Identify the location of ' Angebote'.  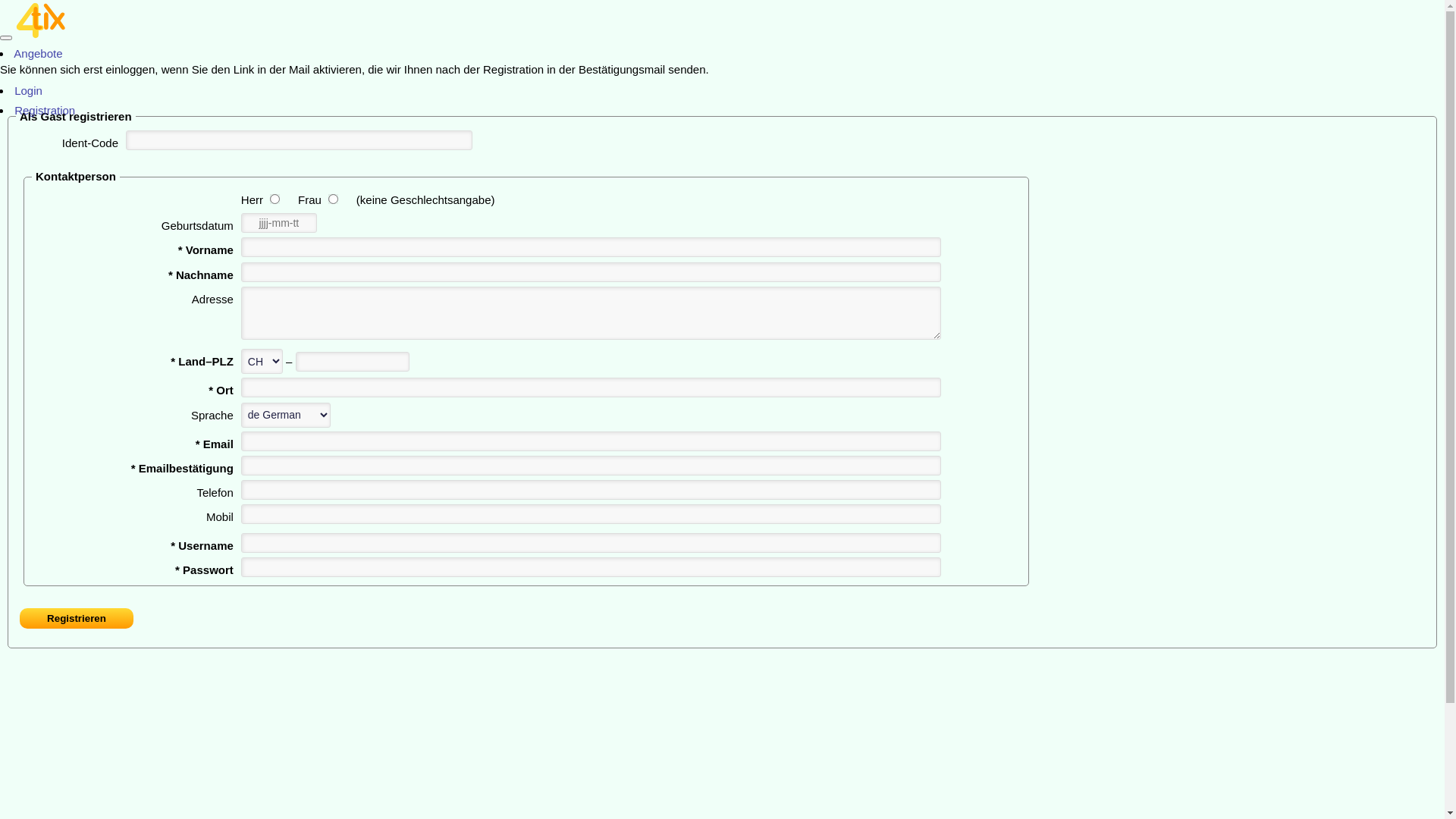
(36, 52).